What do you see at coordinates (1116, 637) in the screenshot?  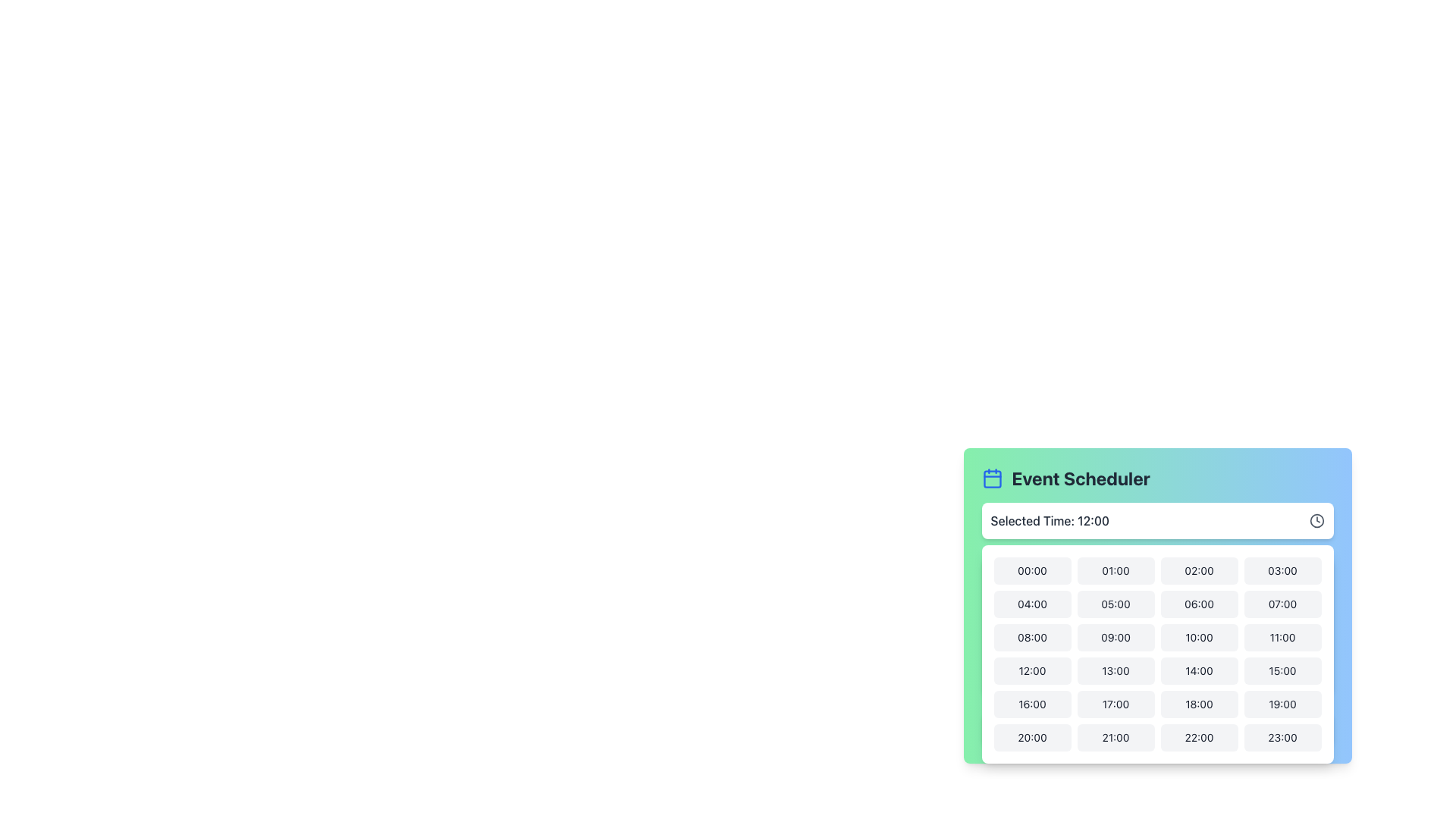 I see `the interactive button labeled '09:00' in the event scheduling interface` at bounding box center [1116, 637].